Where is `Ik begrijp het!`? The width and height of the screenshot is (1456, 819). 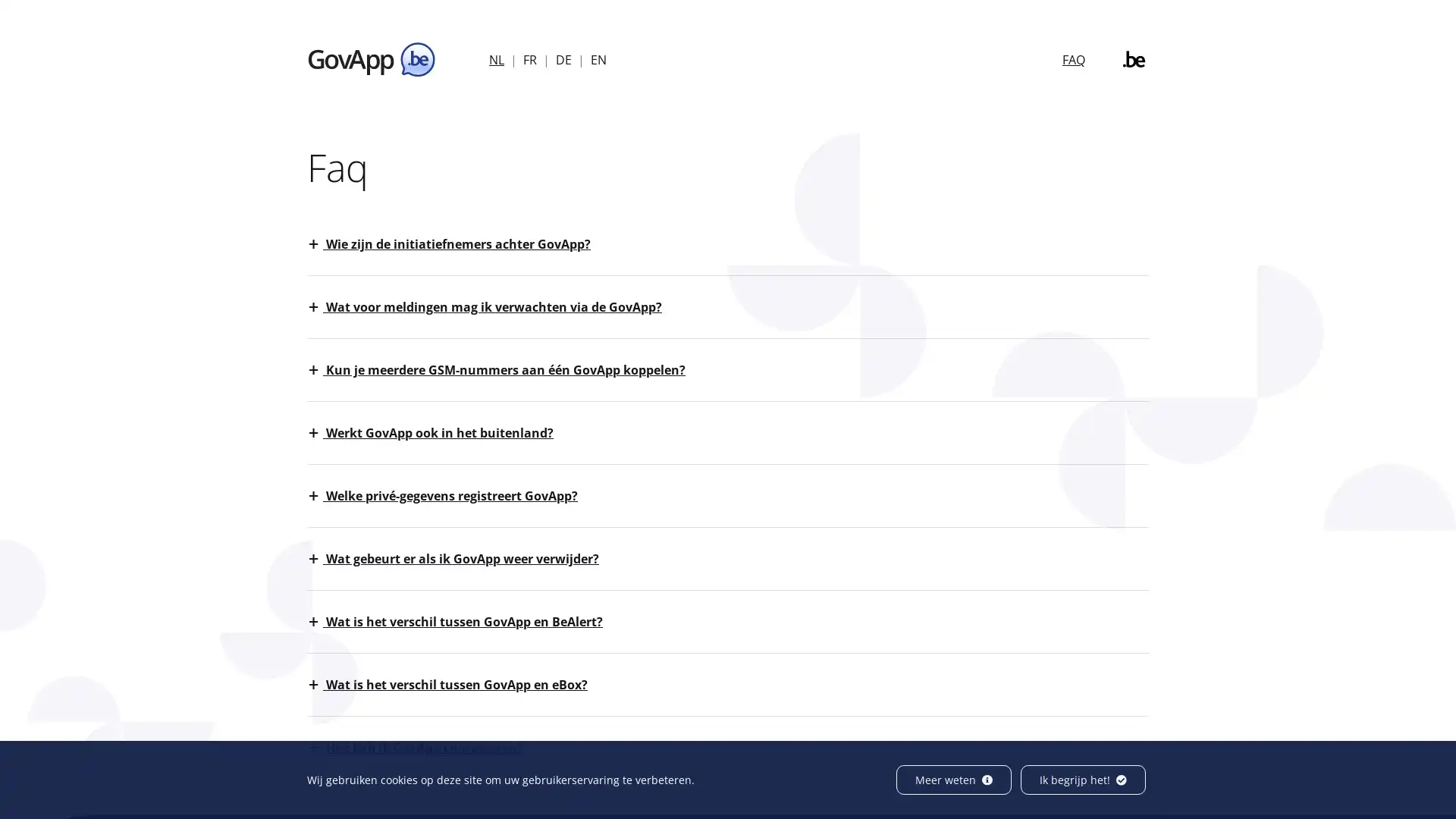 Ik begrijp het! is located at coordinates (1082, 780).